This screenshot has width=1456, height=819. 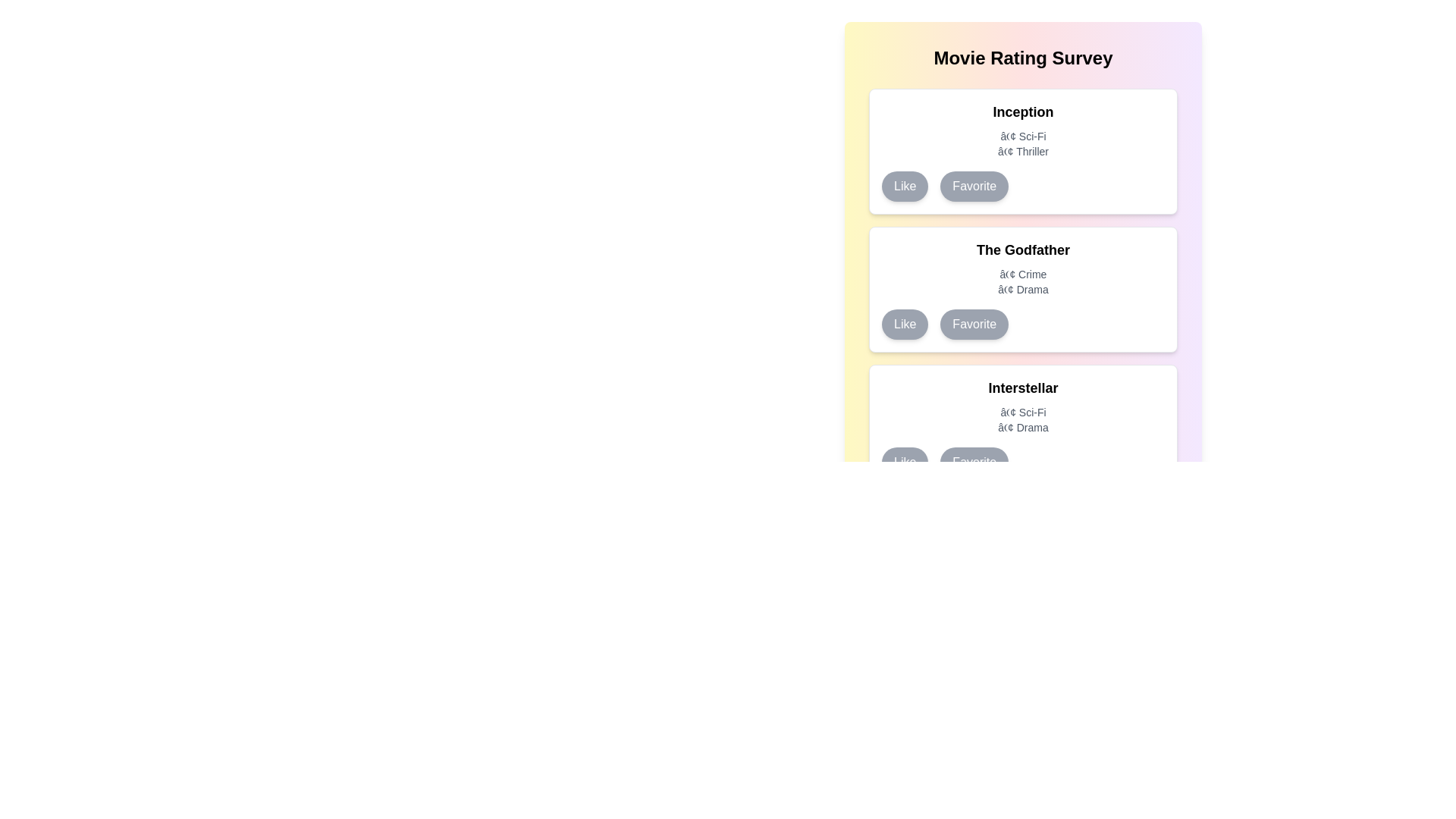 What do you see at coordinates (1023, 388) in the screenshot?
I see `the text element displaying the title 'Interstellar', which is in bold font and positioned at the top of a white card` at bounding box center [1023, 388].